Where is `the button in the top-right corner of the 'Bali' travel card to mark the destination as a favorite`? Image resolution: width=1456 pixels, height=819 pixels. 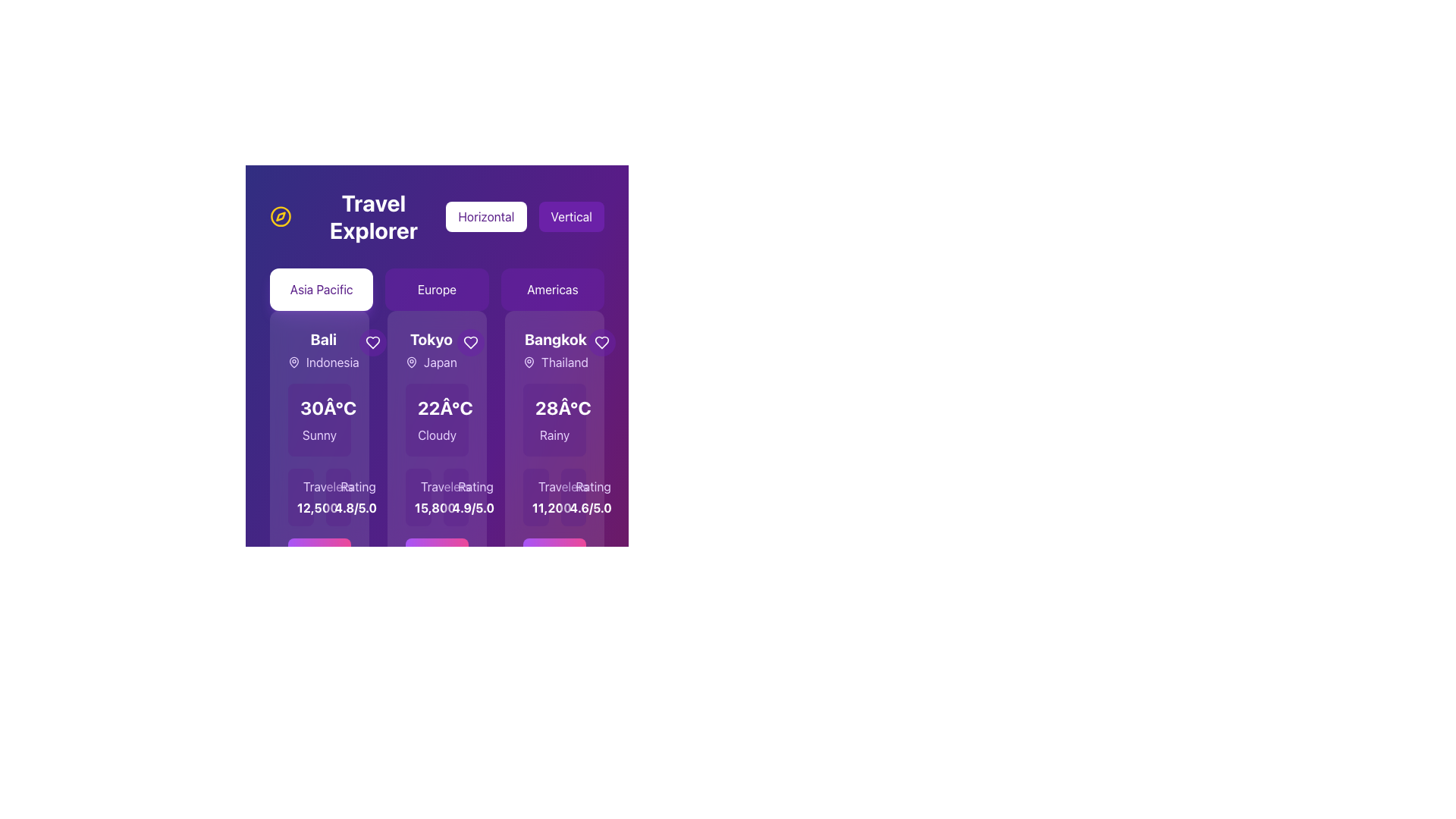 the button in the top-right corner of the 'Bali' travel card to mark the destination as a favorite is located at coordinates (372, 342).